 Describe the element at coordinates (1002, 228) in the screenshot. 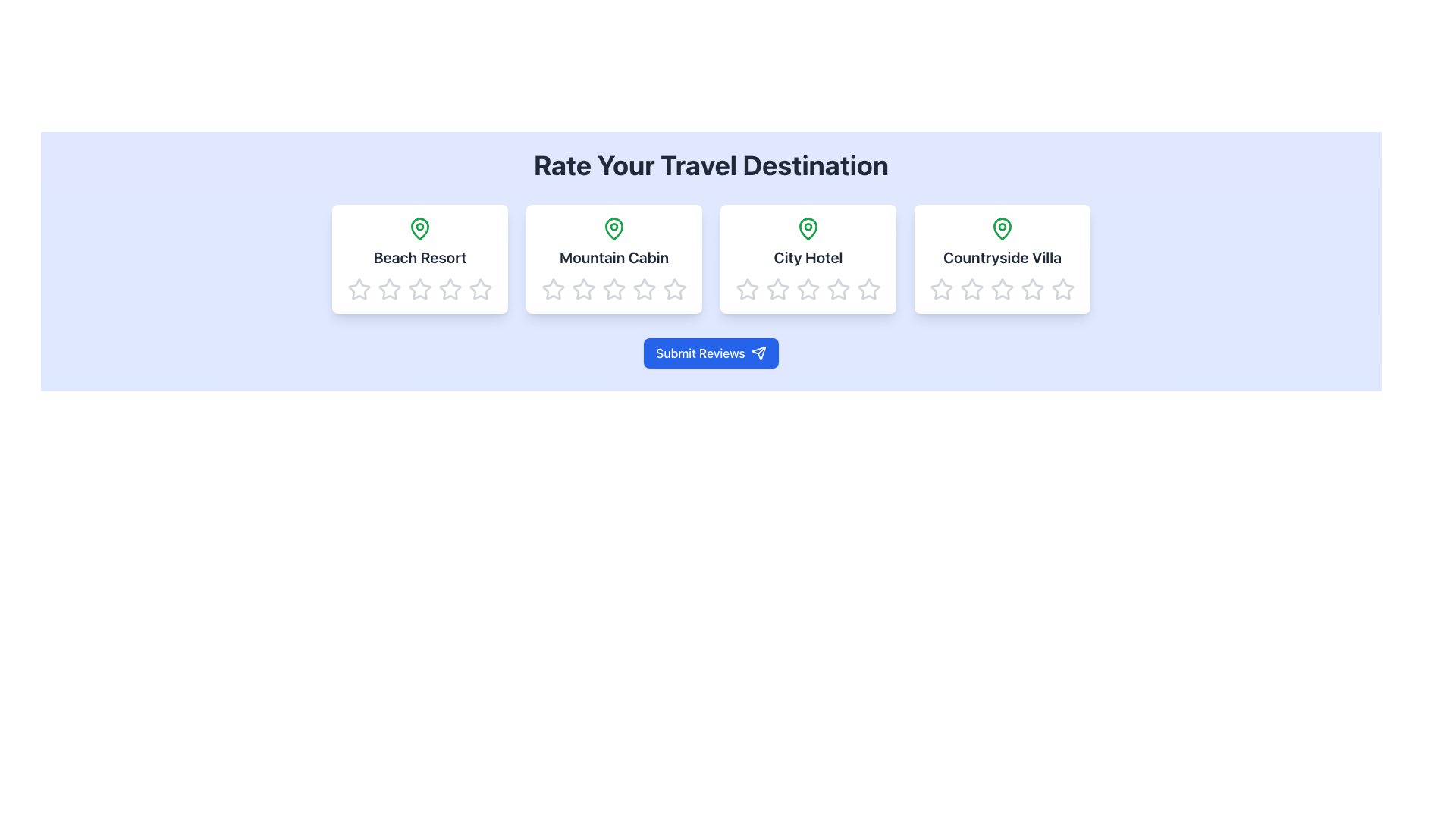

I see `the green map pin icon located at the top-center of the 'Countryside Villa' card, which is positioned directly above the label 'Countryside Villa' and over the stars-based rating section` at that location.